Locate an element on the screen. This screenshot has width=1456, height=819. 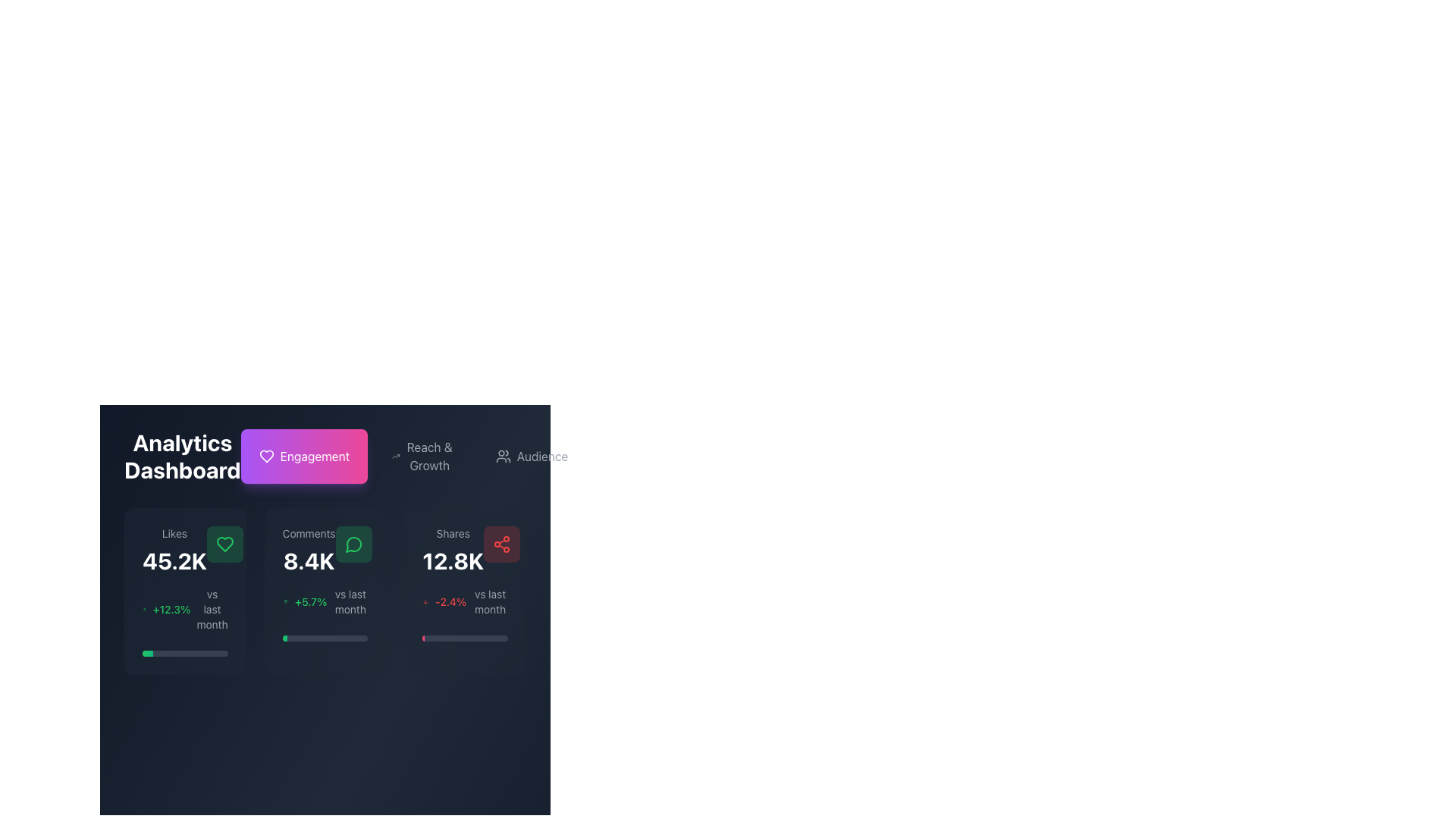
the static text display element that shows 'Comments' in small gray letters above '8.4K' in a large, bold, white font, which is part of a card-like section among other metrics is located at coordinates (308, 550).